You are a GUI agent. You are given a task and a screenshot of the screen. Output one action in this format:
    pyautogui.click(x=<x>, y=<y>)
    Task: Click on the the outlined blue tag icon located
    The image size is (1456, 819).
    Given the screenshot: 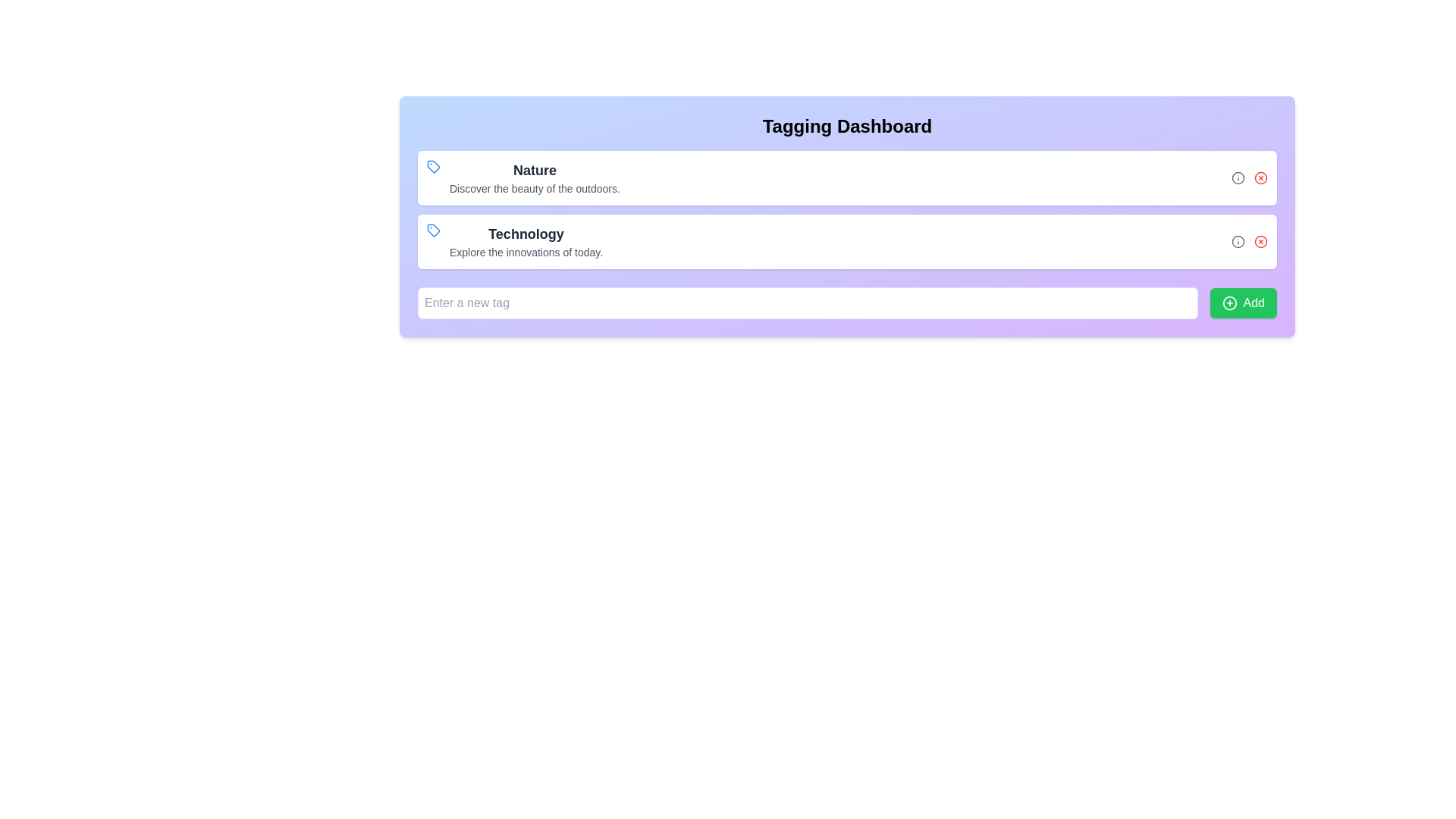 What is the action you would take?
    pyautogui.click(x=432, y=166)
    